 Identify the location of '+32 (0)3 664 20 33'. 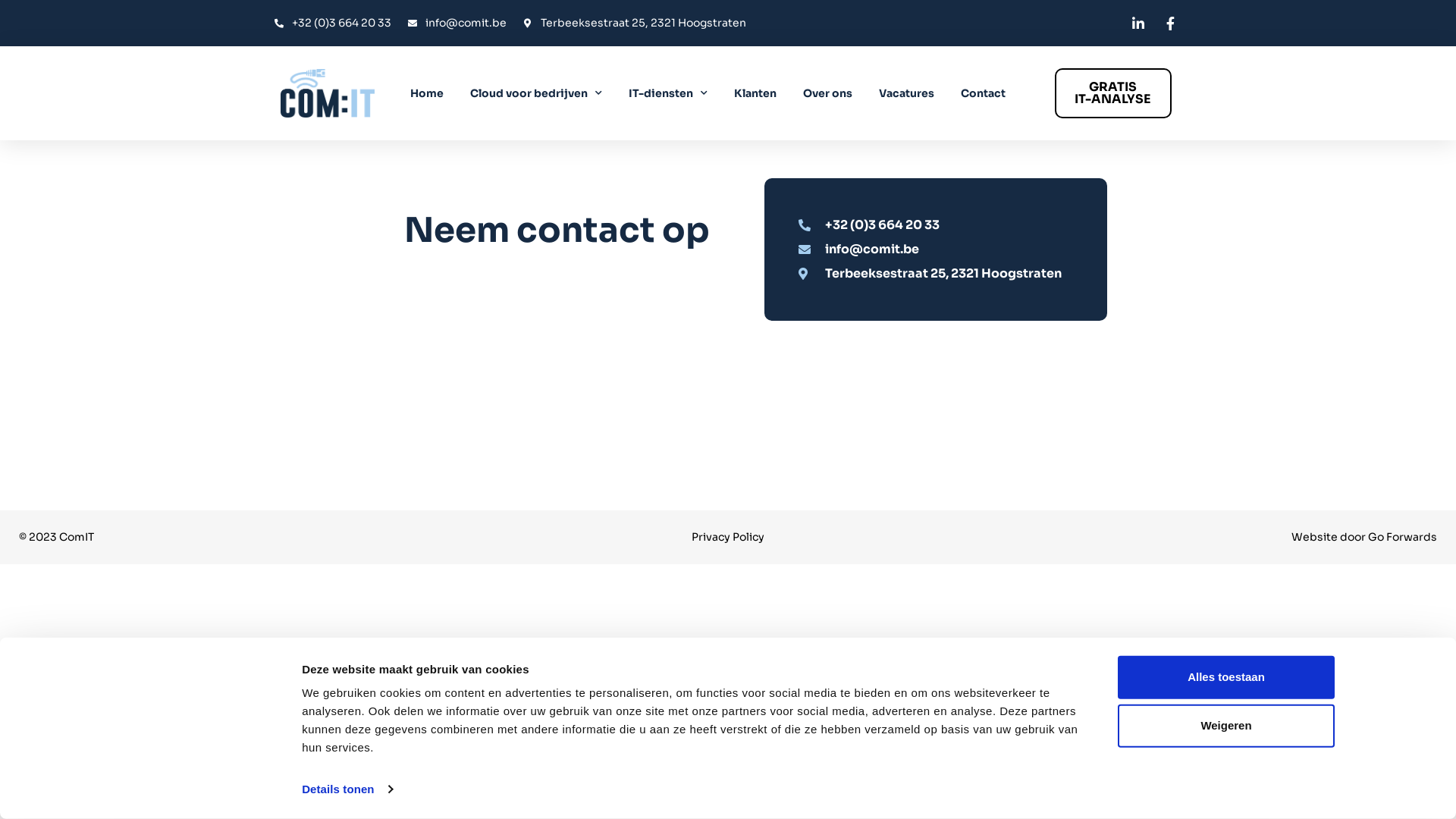
(942, 224).